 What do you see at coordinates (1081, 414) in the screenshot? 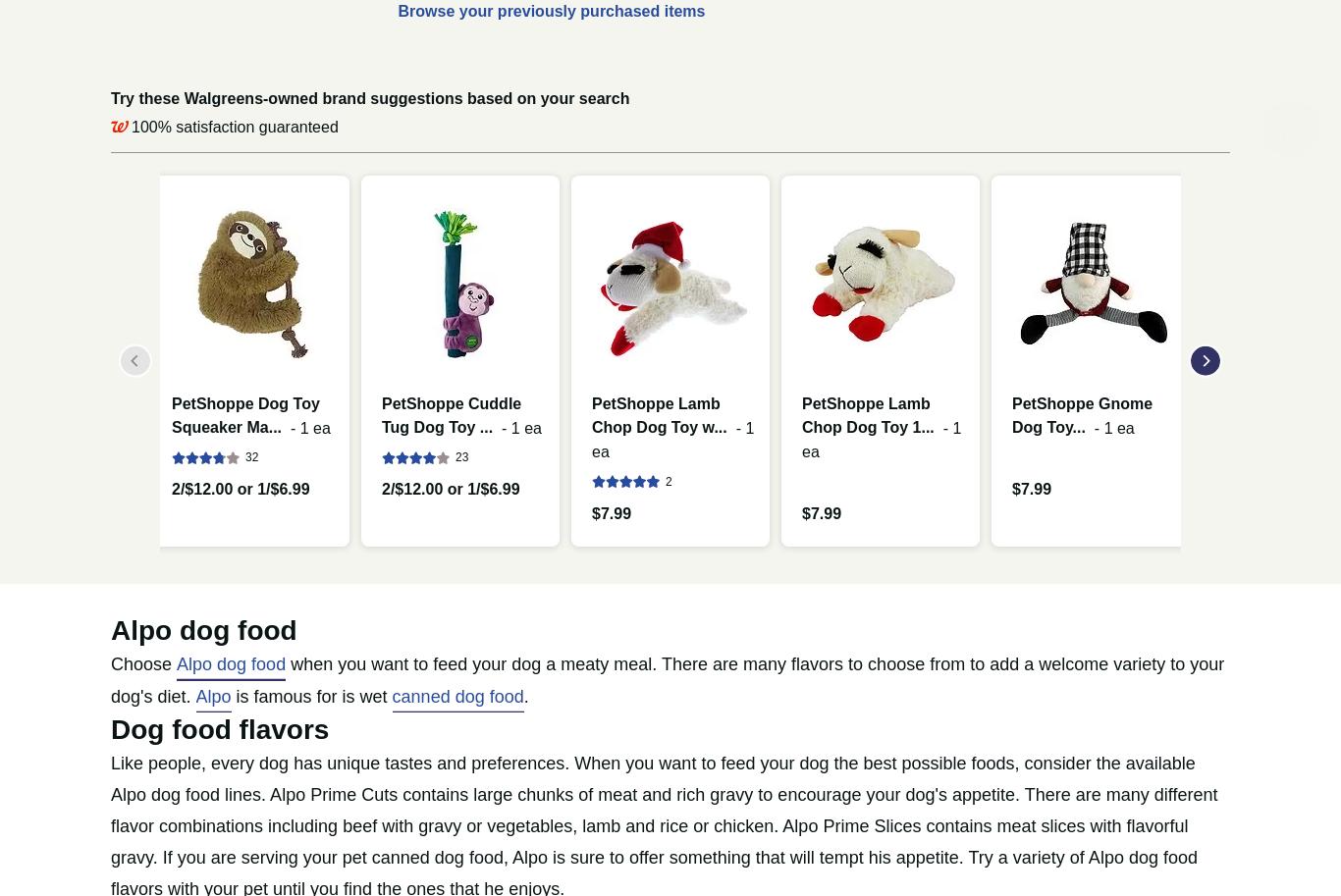
I see `'PetShoppe Gnome Dog Toy...'` at bounding box center [1081, 414].